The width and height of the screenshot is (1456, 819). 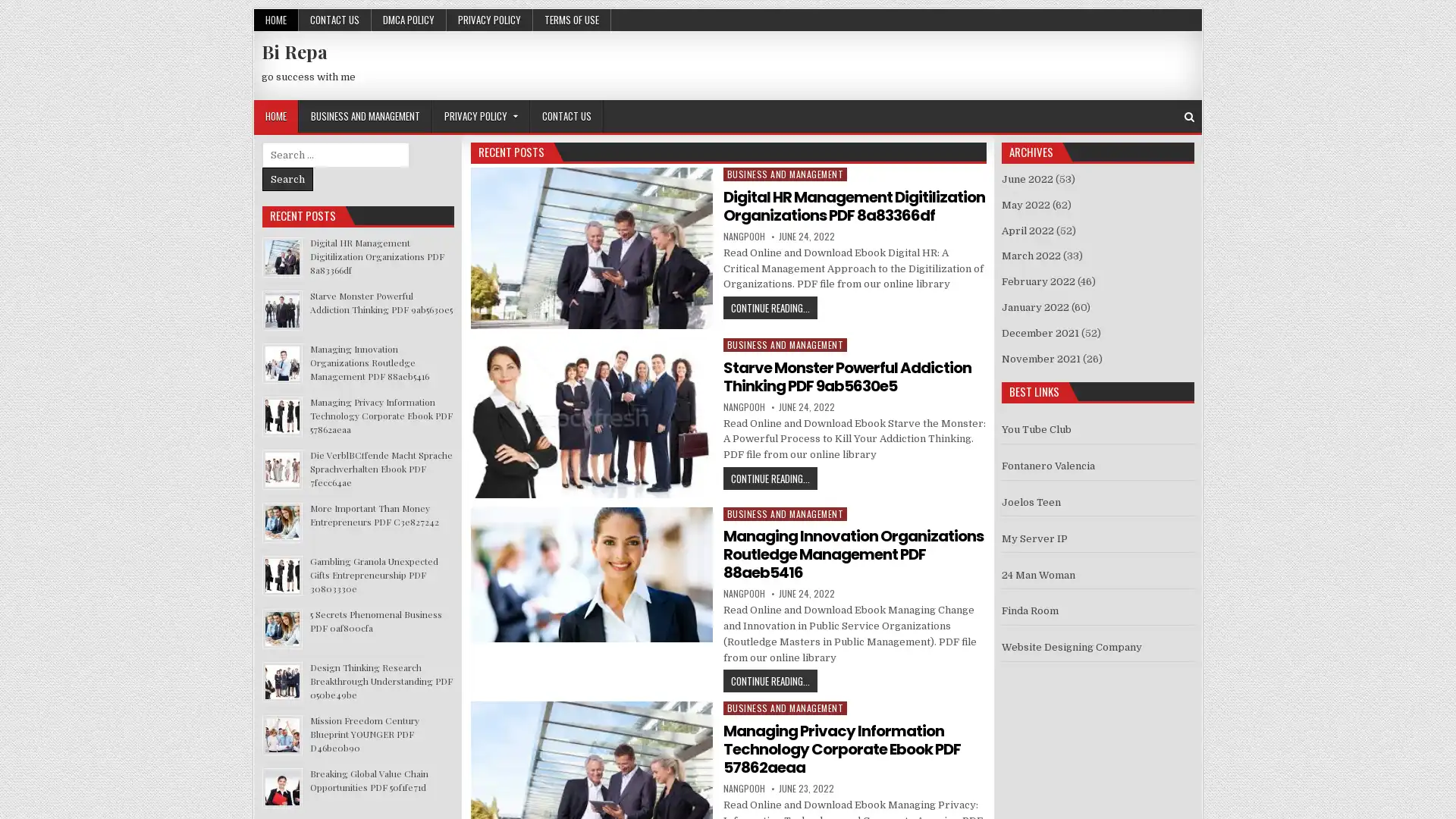 What do you see at coordinates (287, 178) in the screenshot?
I see `Search` at bounding box center [287, 178].